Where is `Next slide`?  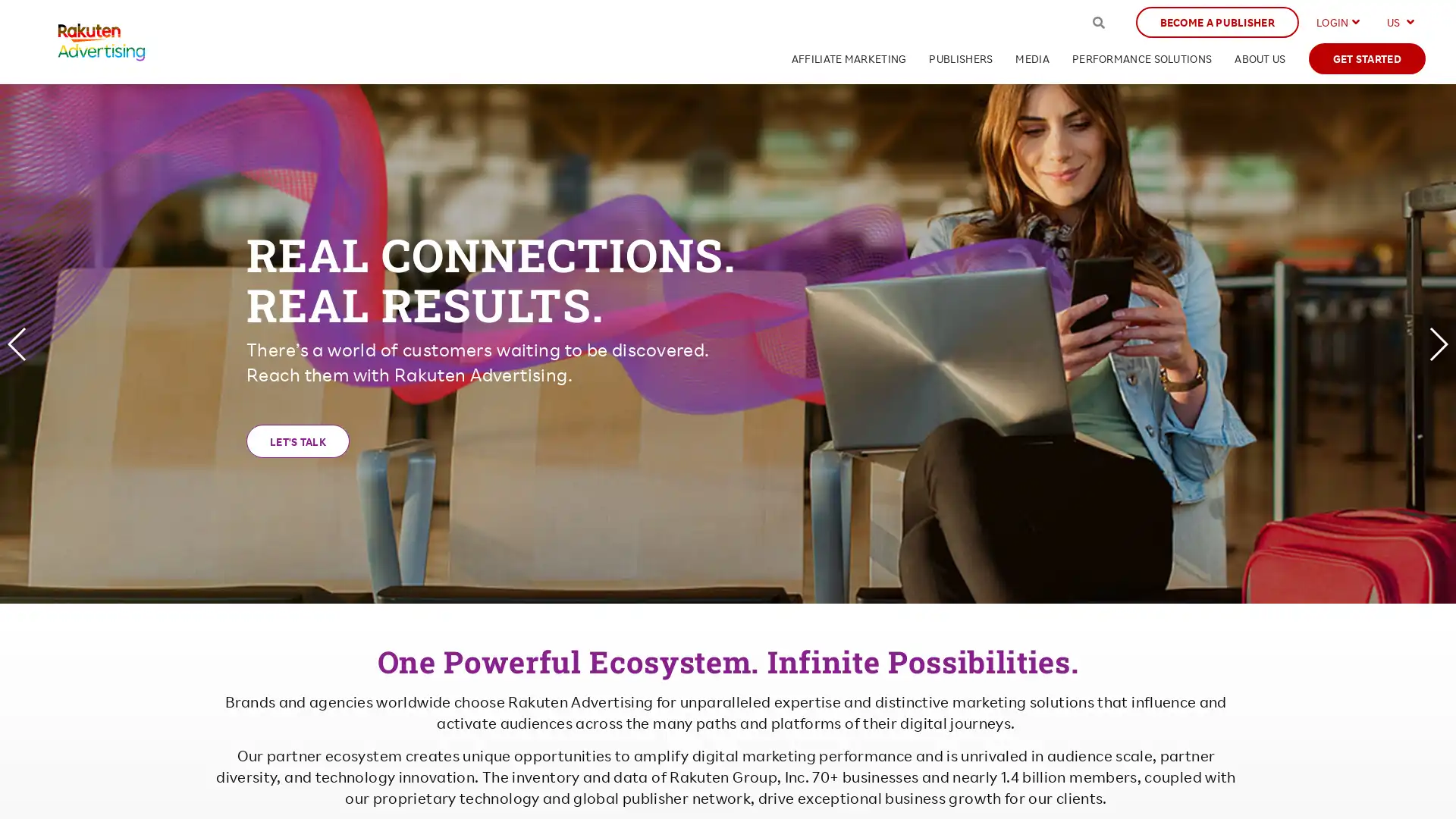
Next slide is located at coordinates (1437, 343).